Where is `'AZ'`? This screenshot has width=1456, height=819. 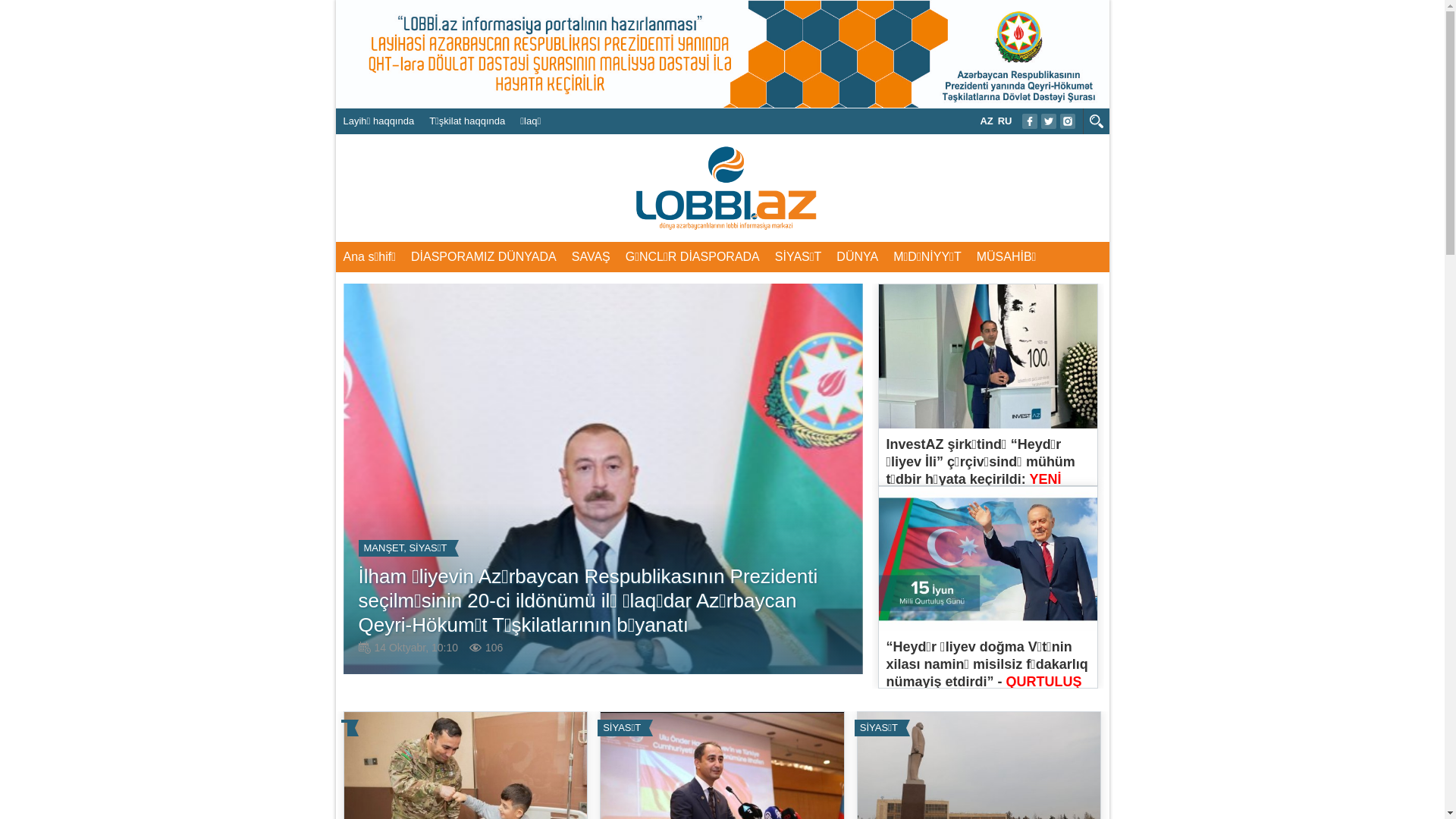
'AZ' is located at coordinates (986, 120).